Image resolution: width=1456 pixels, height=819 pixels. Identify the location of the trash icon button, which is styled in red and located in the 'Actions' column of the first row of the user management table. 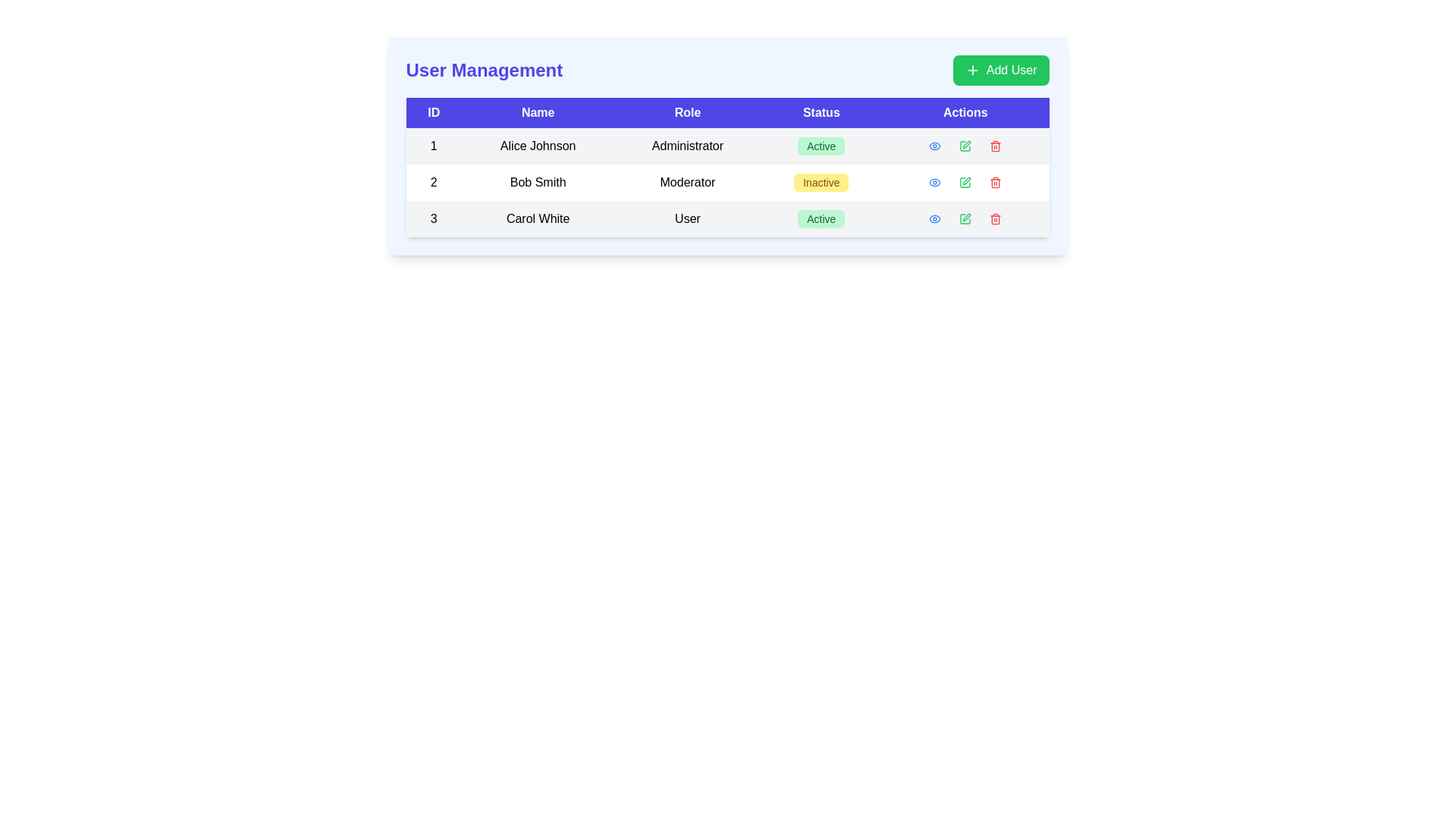
(996, 146).